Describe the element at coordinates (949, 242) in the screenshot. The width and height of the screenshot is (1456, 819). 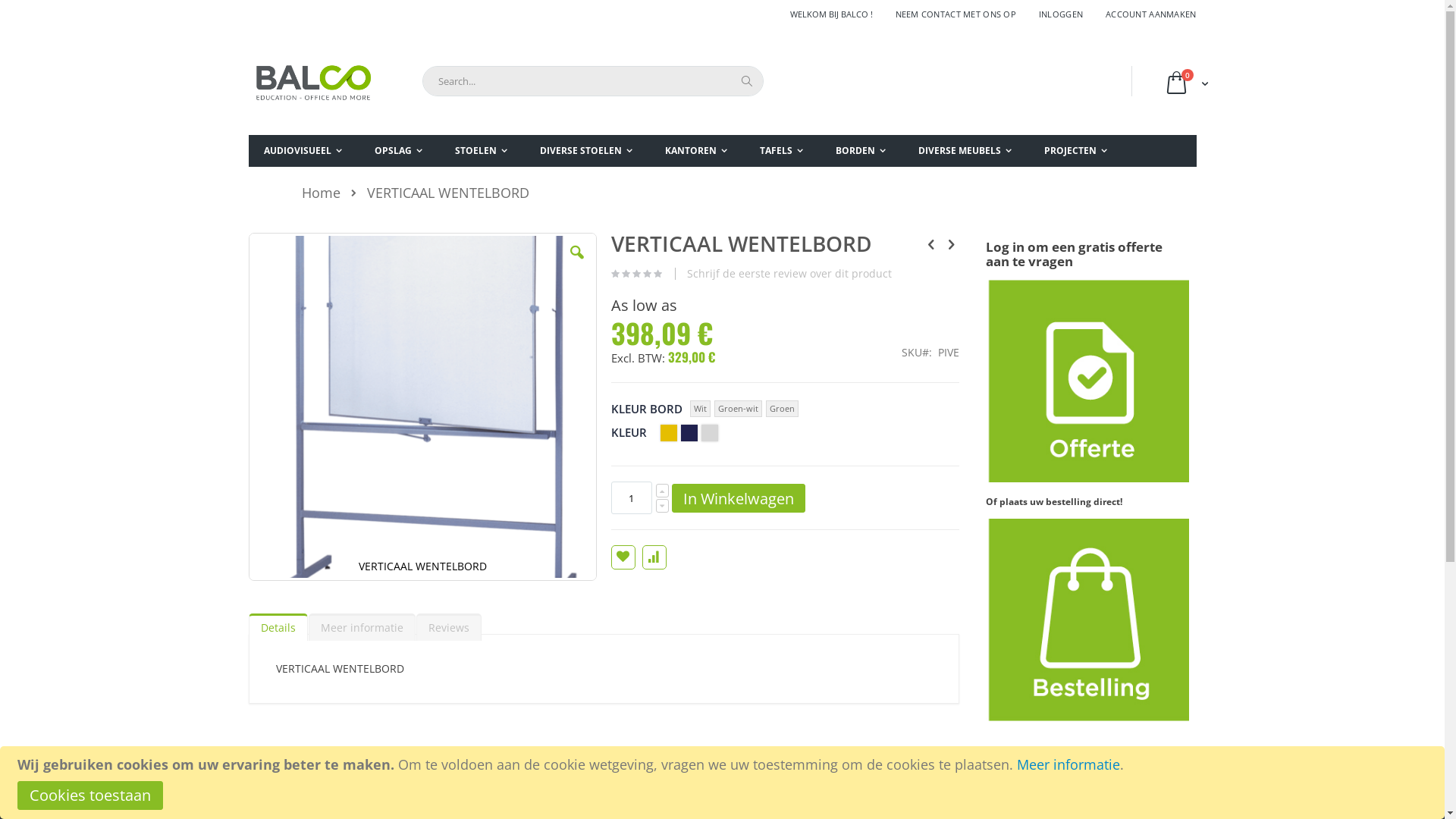
I see `'Next Product'` at that location.